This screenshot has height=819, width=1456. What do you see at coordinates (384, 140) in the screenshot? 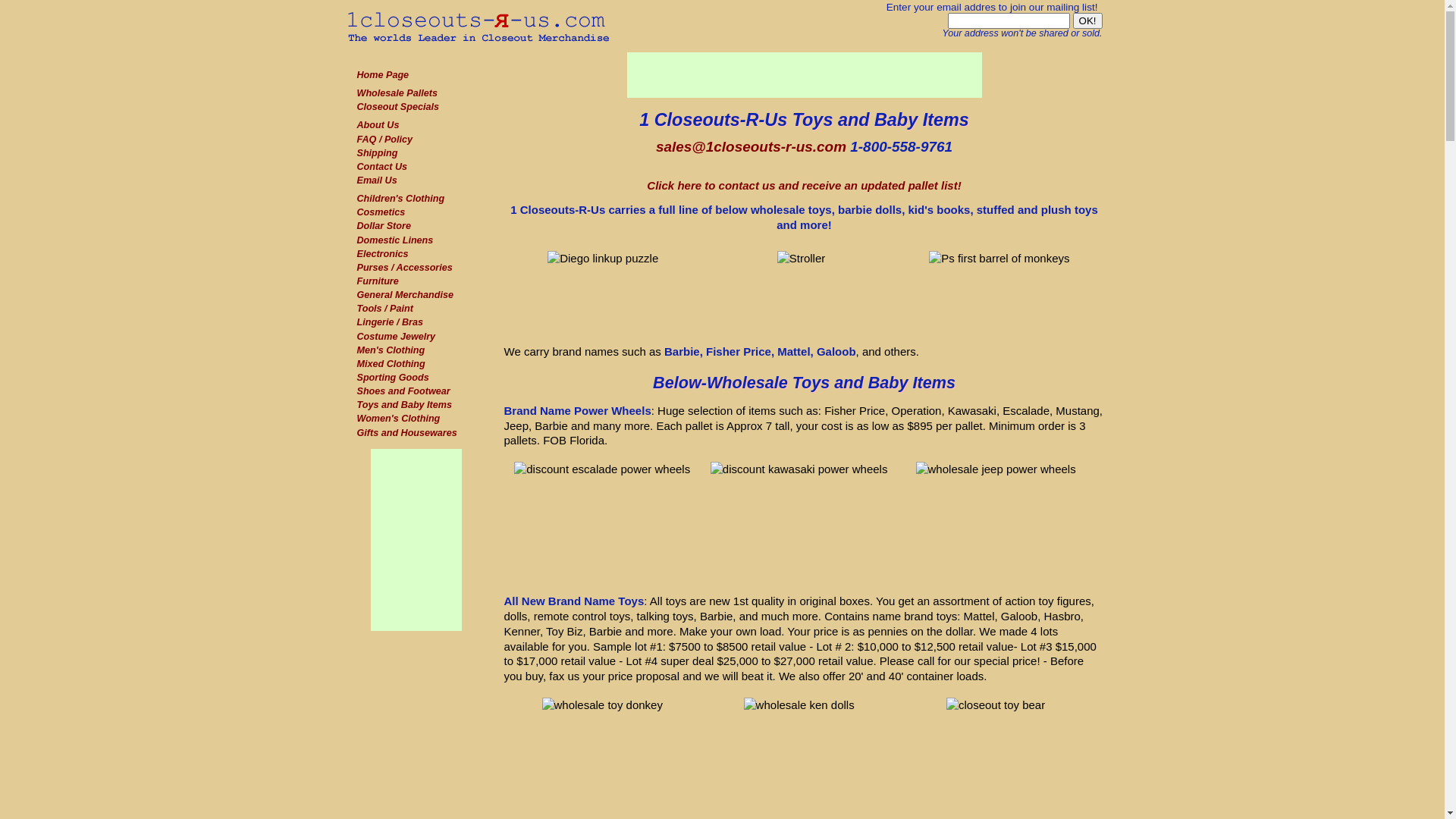
I see `'FAQ / Policy'` at bounding box center [384, 140].